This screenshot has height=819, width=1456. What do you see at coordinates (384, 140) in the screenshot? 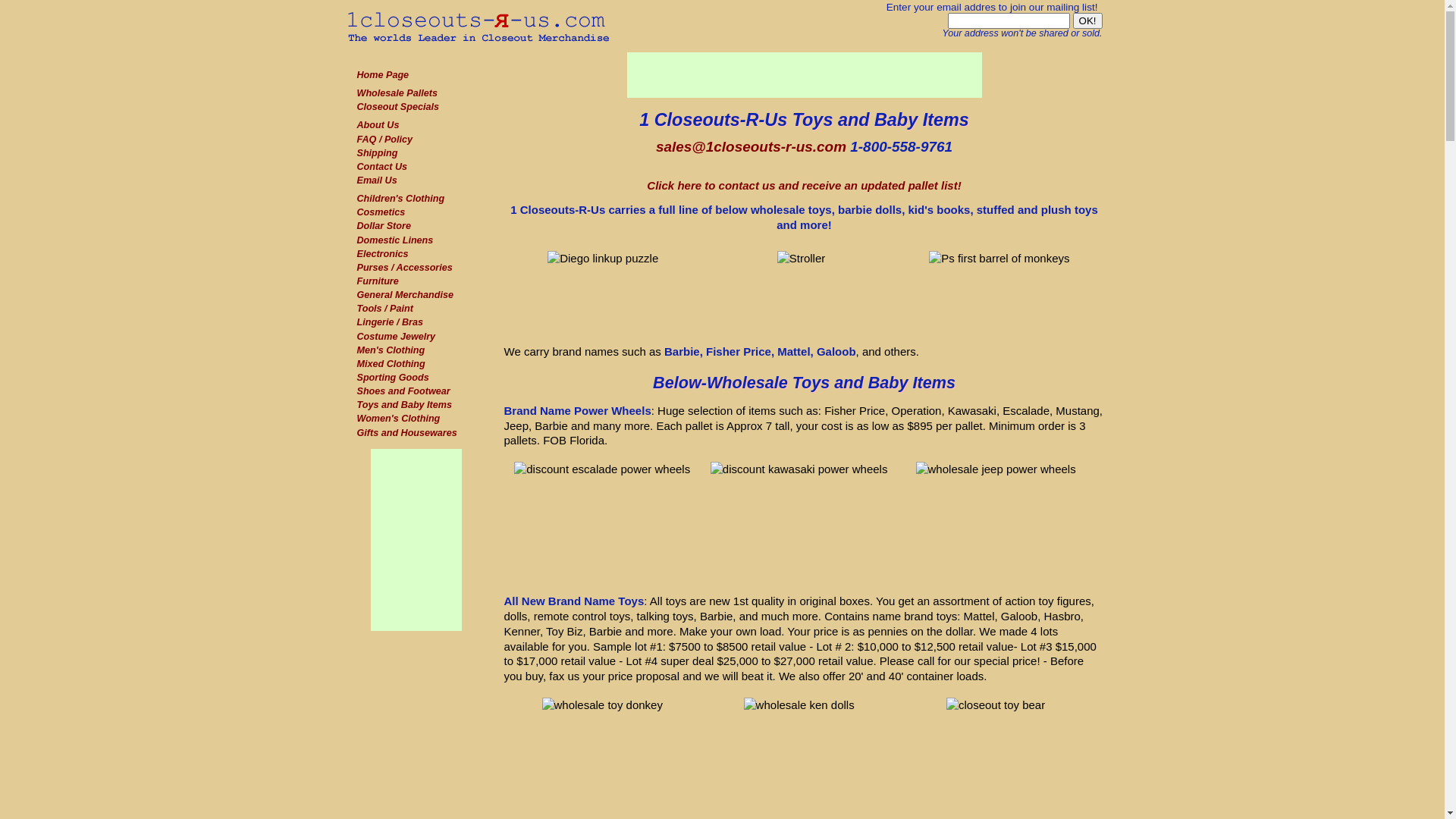
I see `'FAQ / Policy'` at bounding box center [384, 140].